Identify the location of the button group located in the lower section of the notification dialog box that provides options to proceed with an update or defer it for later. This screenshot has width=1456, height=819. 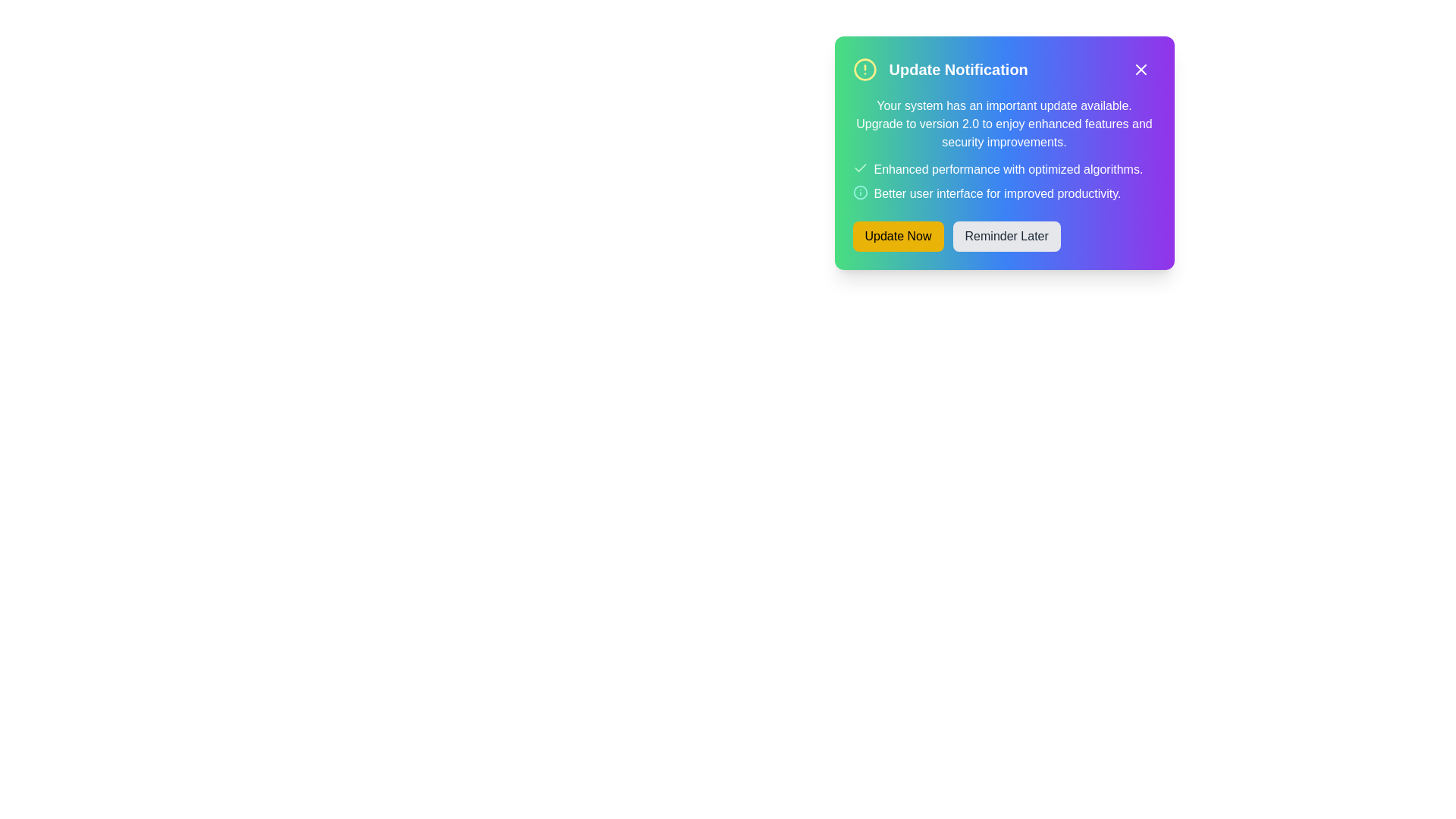
(1004, 237).